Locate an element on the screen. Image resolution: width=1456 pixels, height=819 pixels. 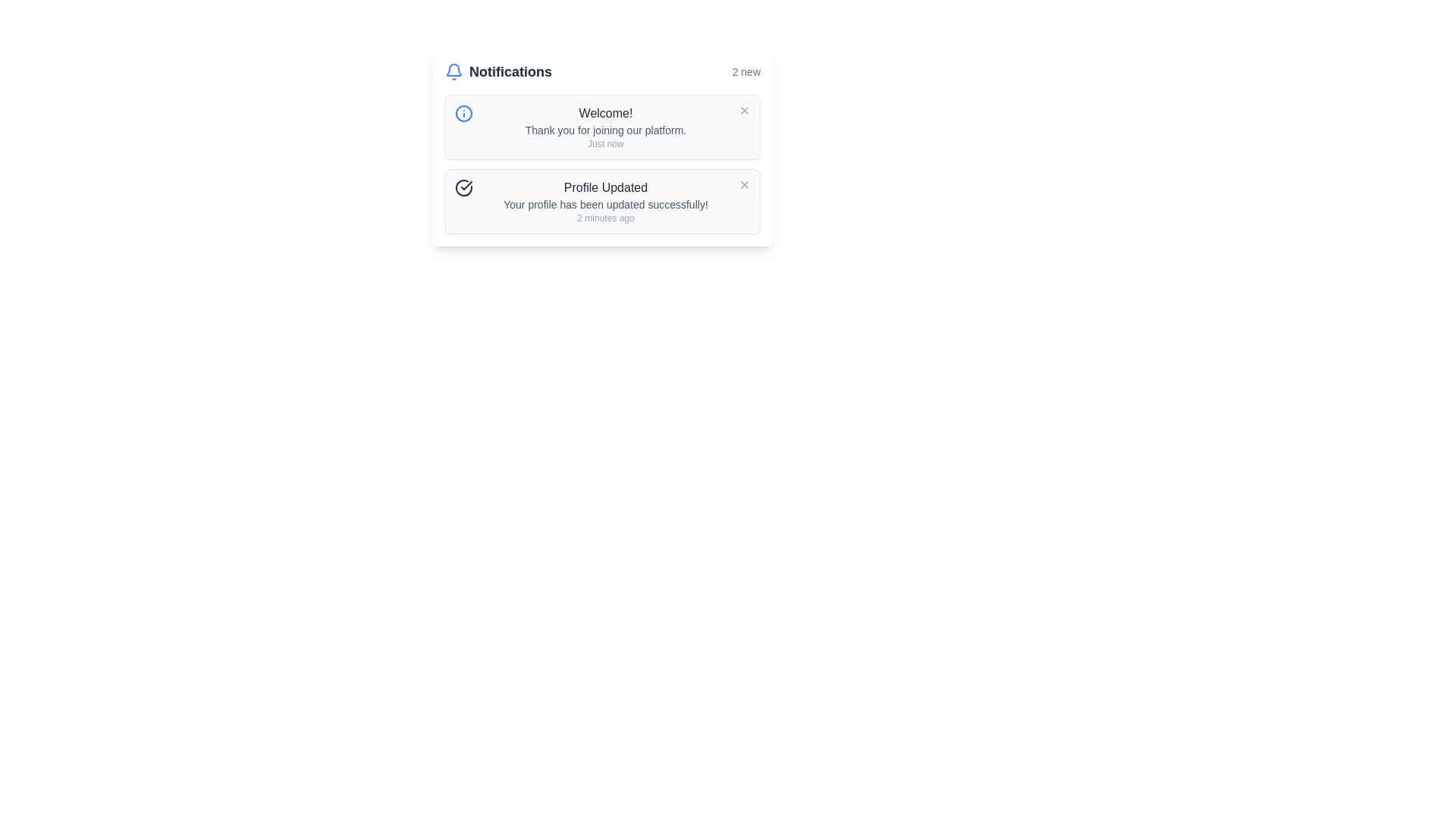
the Text label that provides the relative timestamp for the 'Profile Updated' notification, located at the bottom of the notification entry is located at coordinates (604, 218).